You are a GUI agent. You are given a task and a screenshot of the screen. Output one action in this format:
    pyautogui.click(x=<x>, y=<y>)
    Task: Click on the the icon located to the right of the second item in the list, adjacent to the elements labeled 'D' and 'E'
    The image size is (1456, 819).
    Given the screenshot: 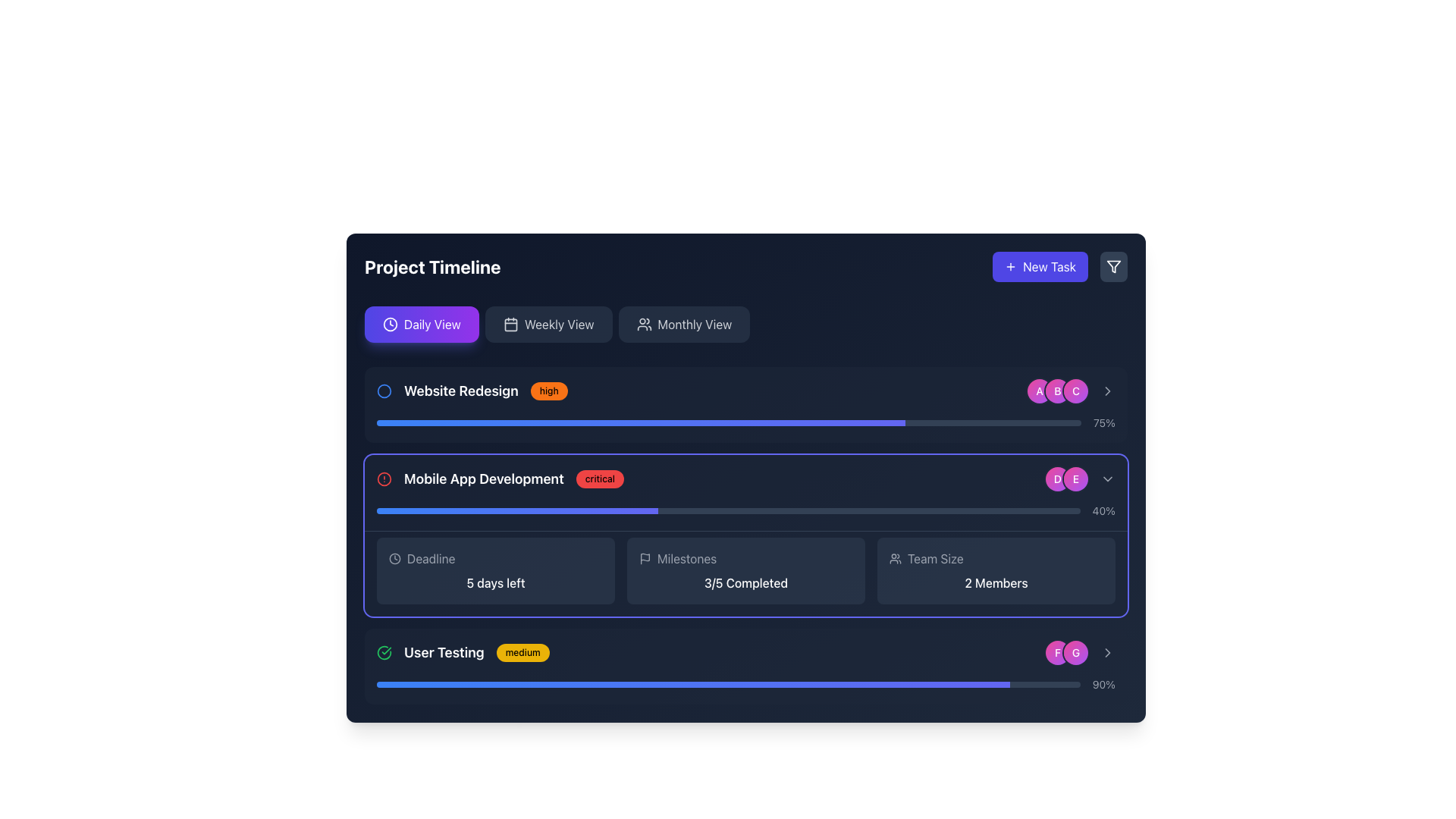 What is the action you would take?
    pyautogui.click(x=1107, y=391)
    